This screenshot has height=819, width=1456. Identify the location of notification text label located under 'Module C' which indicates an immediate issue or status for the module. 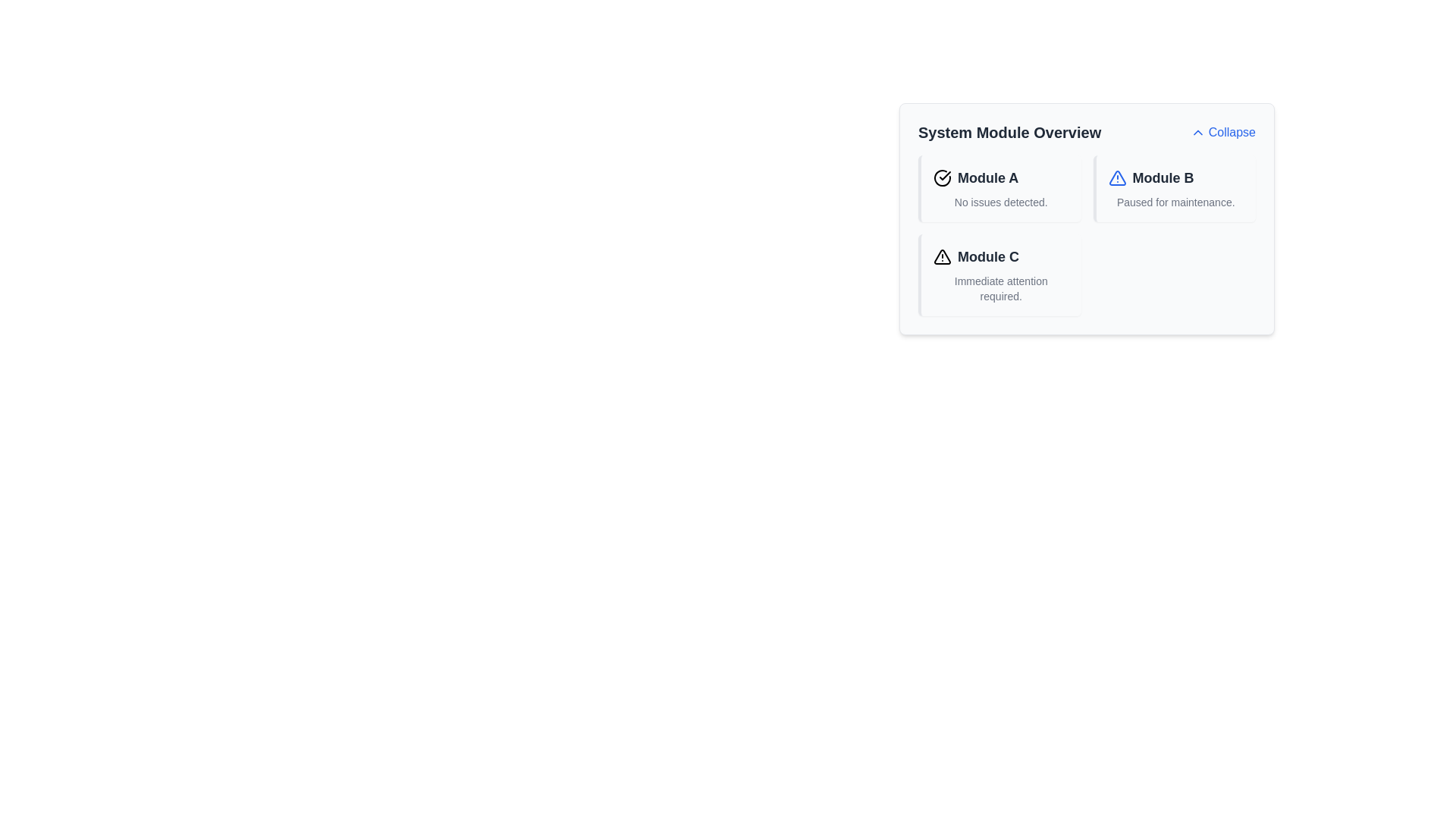
(1001, 289).